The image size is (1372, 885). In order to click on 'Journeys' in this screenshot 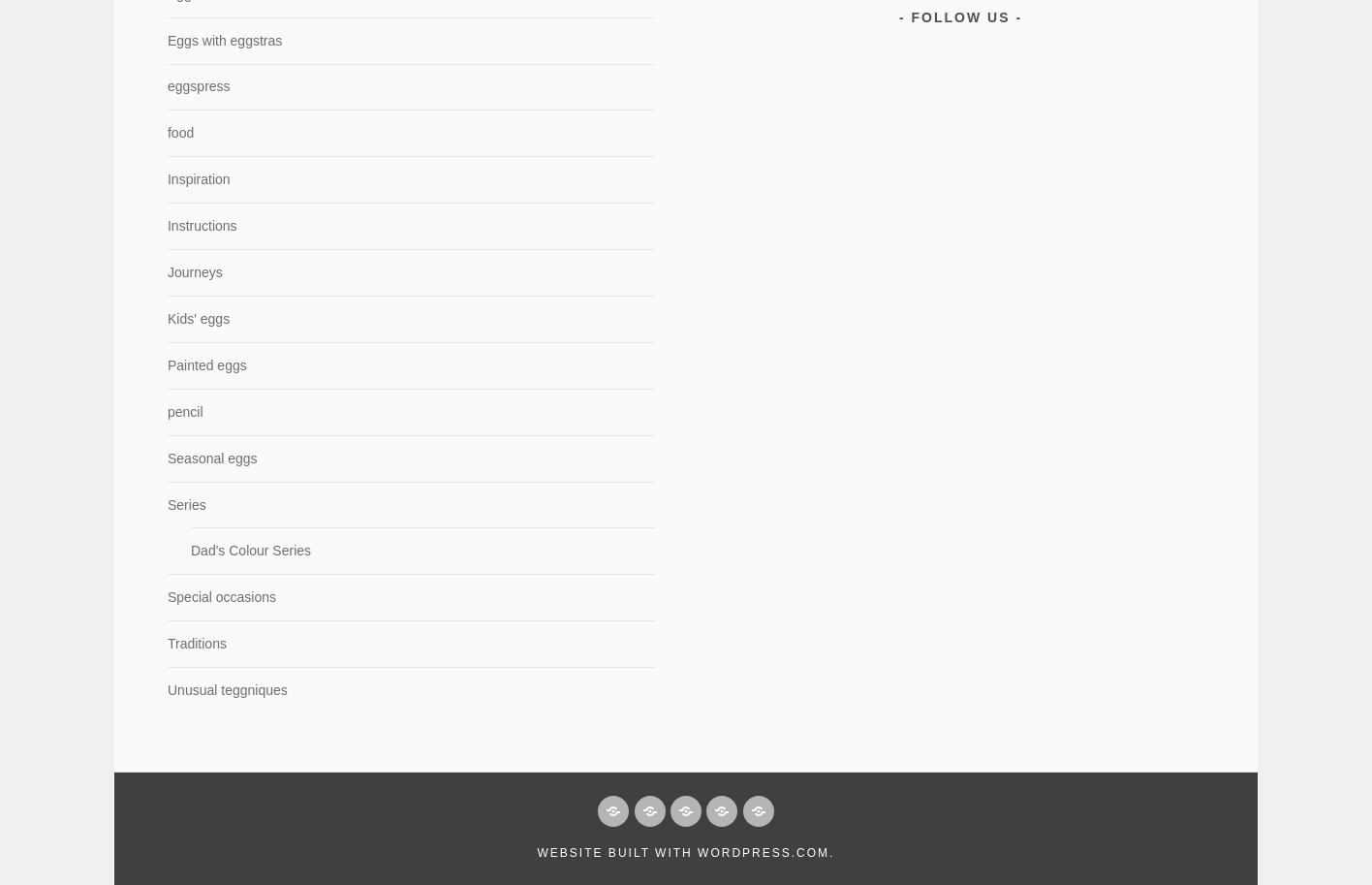, I will do `click(193, 272)`.